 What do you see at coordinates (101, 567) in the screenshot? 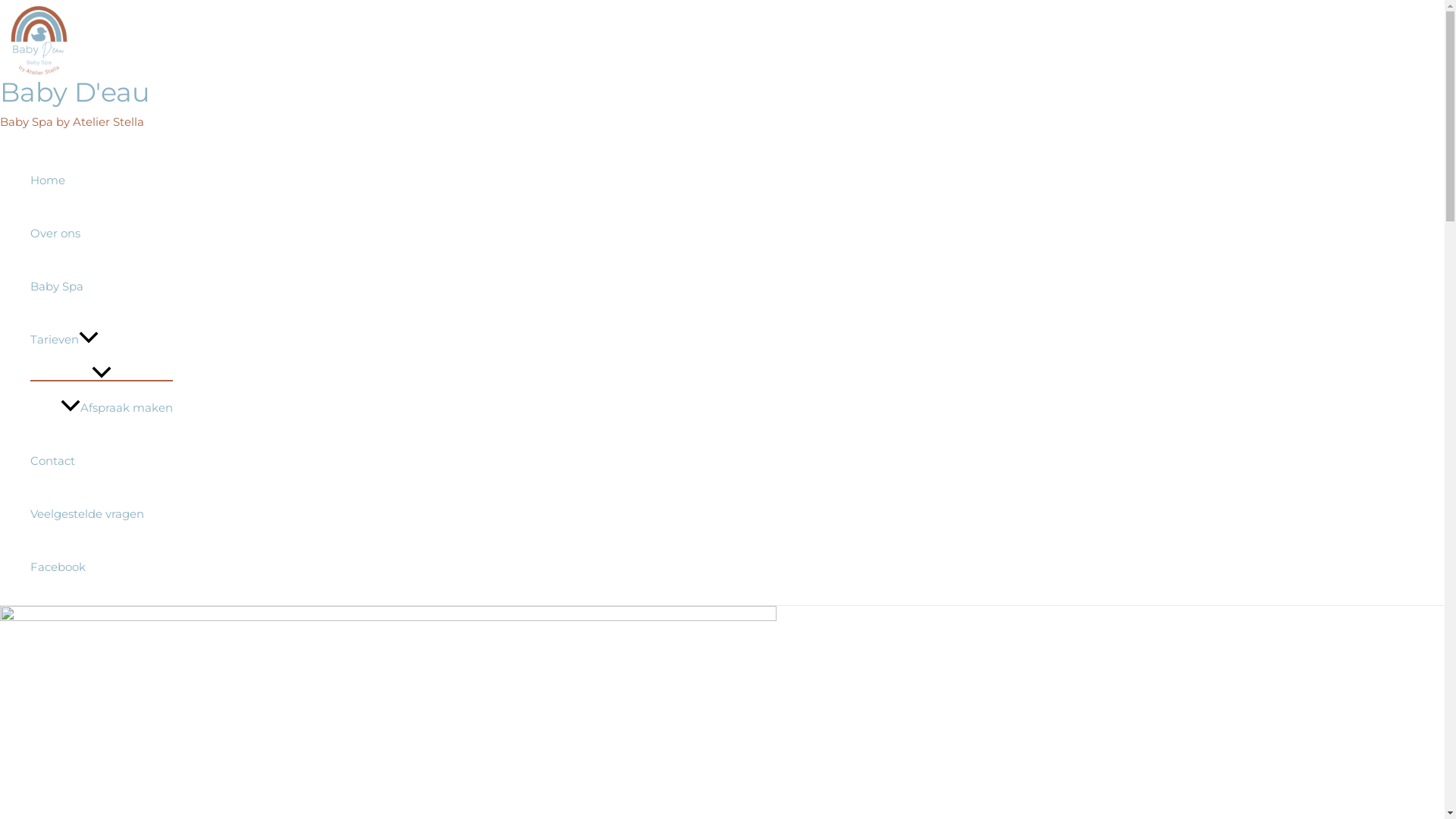
I see `'Facebook'` at bounding box center [101, 567].